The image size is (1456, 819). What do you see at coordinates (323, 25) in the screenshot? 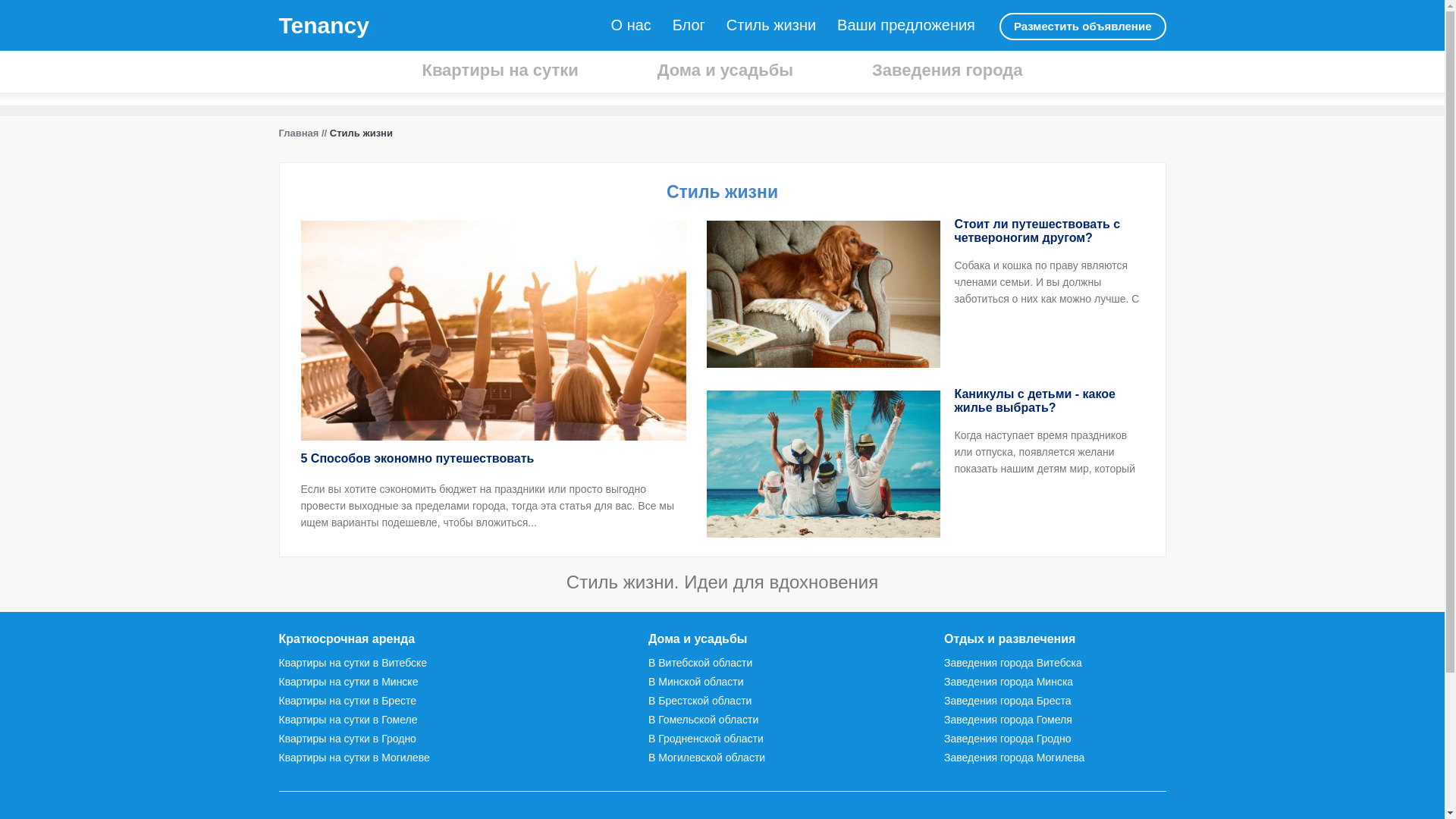
I see `'Tenancy'` at bounding box center [323, 25].